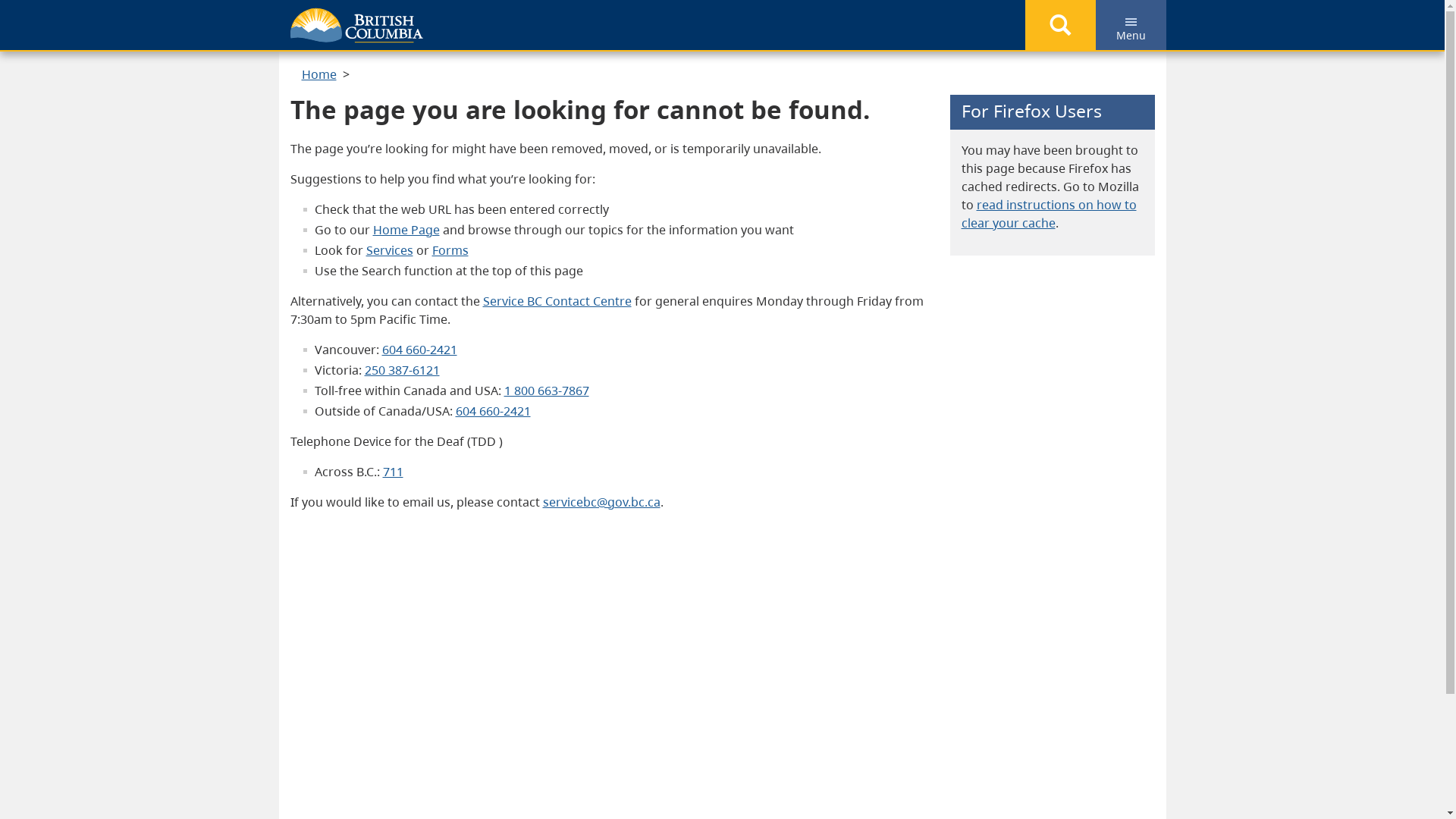 This screenshot has height=819, width=1456. I want to click on 'servicebc@gov.bc.ca', so click(601, 502).